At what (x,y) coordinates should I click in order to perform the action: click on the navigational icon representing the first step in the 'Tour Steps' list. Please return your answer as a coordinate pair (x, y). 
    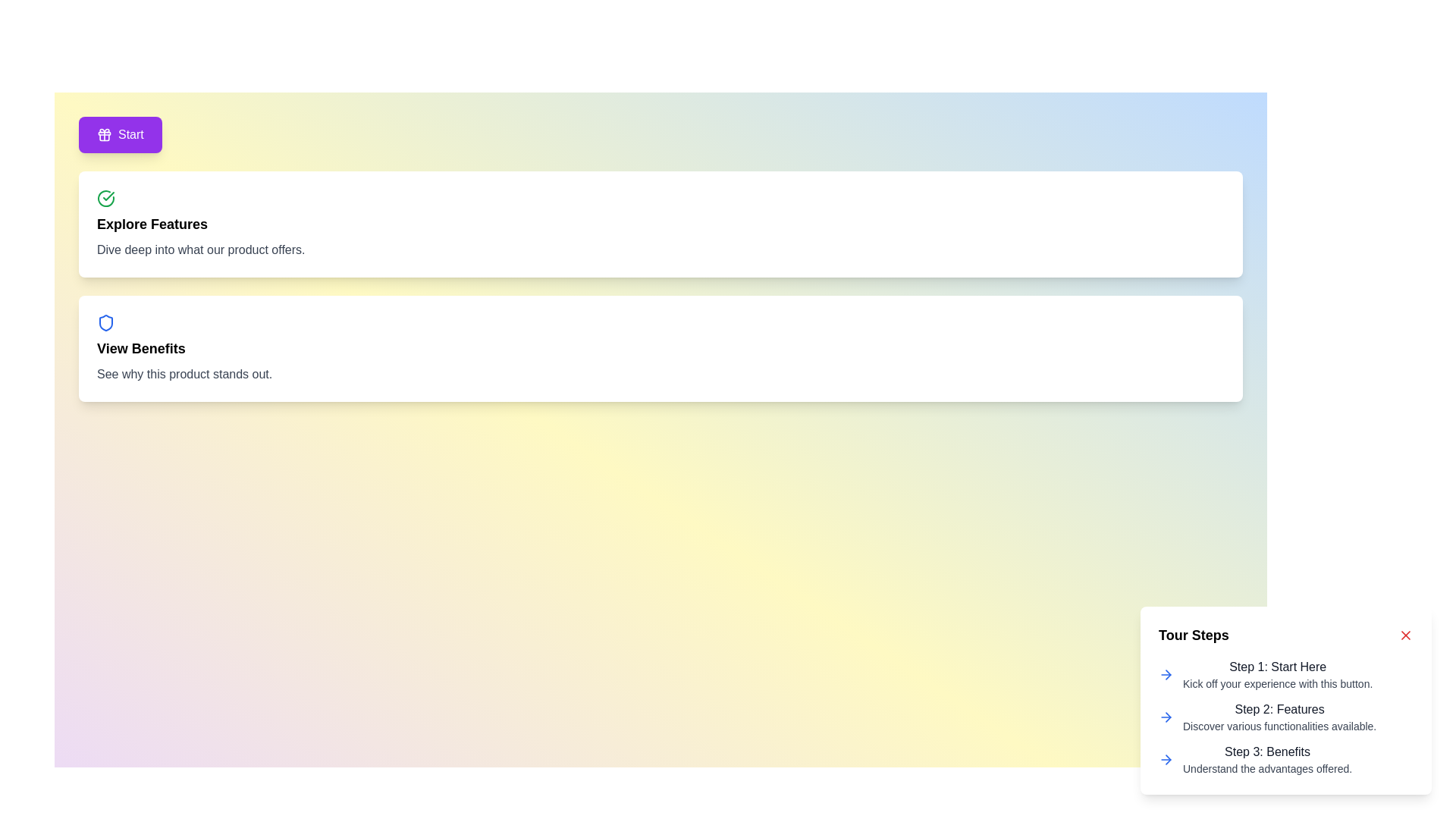
    Looking at the image, I should click on (1165, 674).